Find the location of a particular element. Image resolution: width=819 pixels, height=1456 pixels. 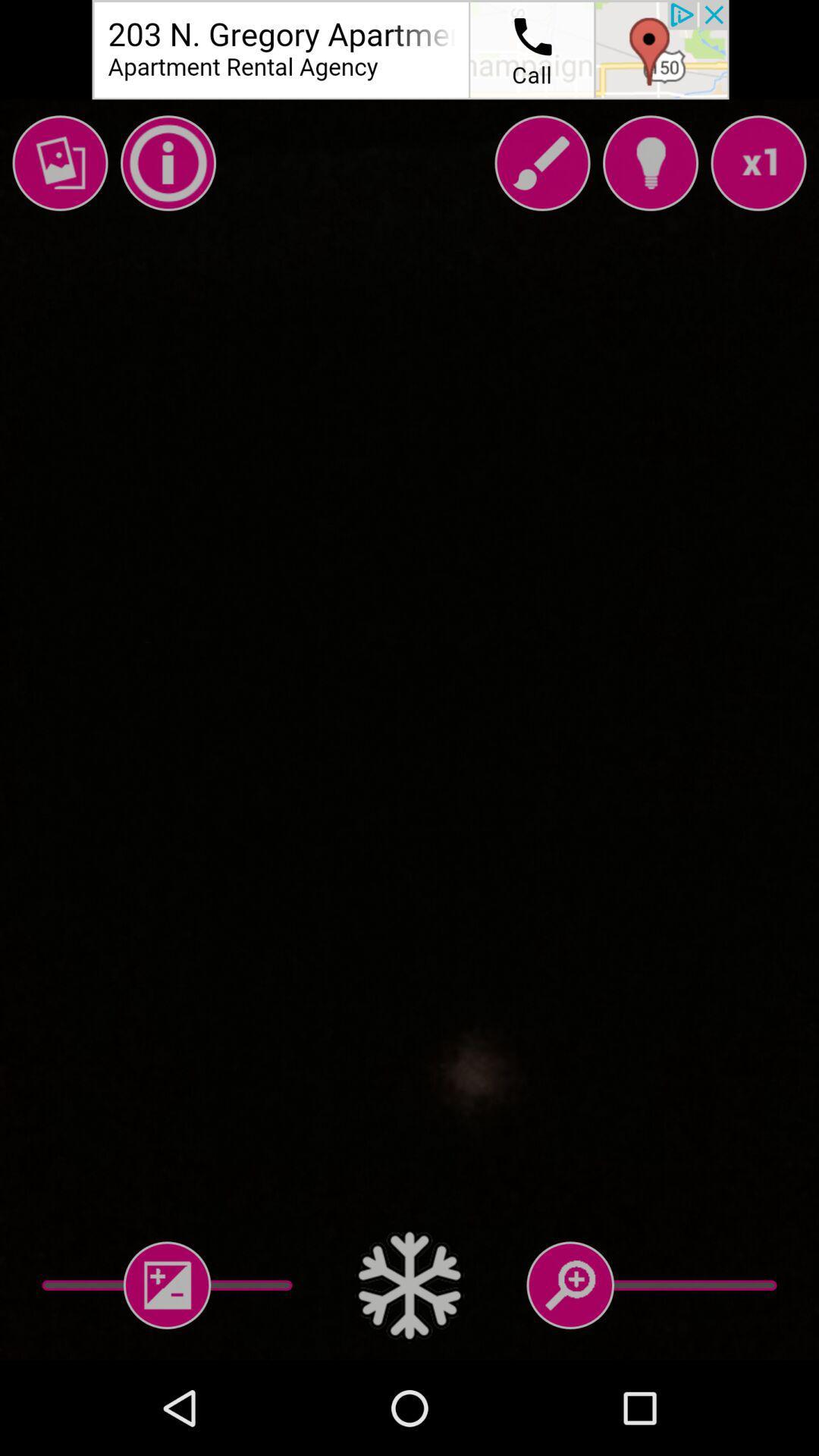

the settings icon is located at coordinates (409, 1284).